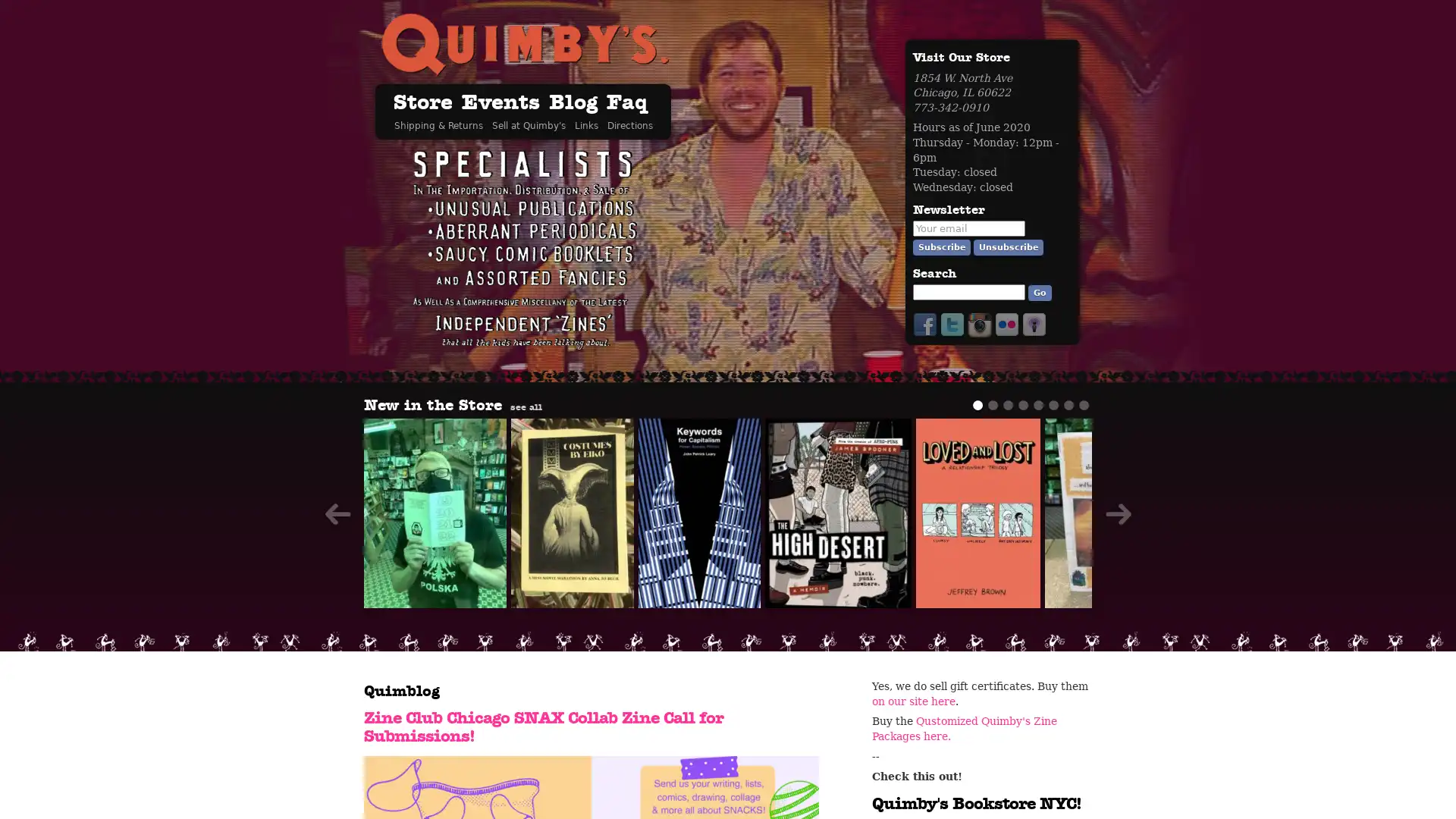 This screenshot has height=819, width=1456. I want to click on Go, so click(1039, 292).